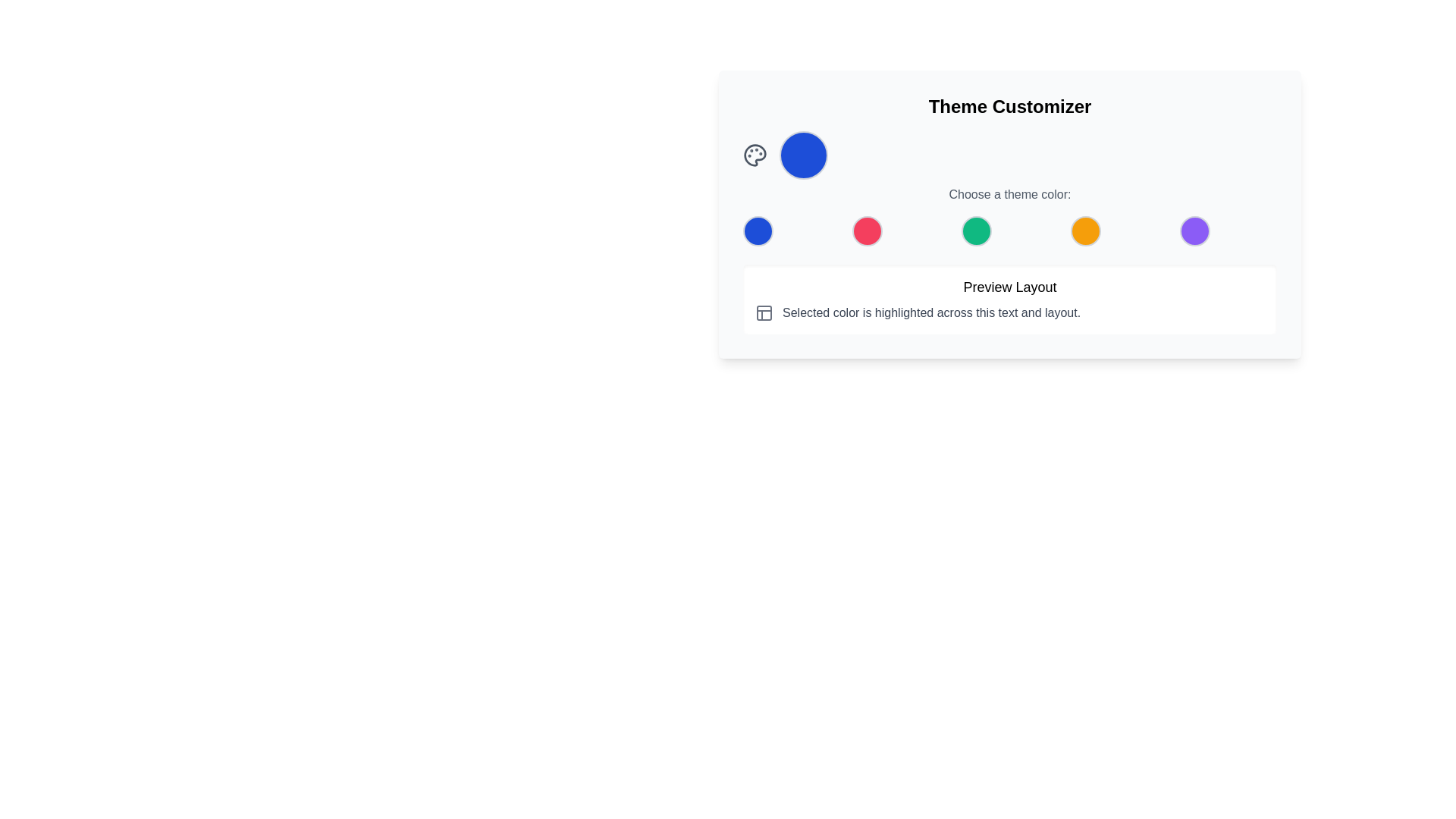 This screenshot has height=819, width=1456. I want to click on the vibrant purple circular button with a gray border located at the rightmost side of the row, so click(1194, 231).